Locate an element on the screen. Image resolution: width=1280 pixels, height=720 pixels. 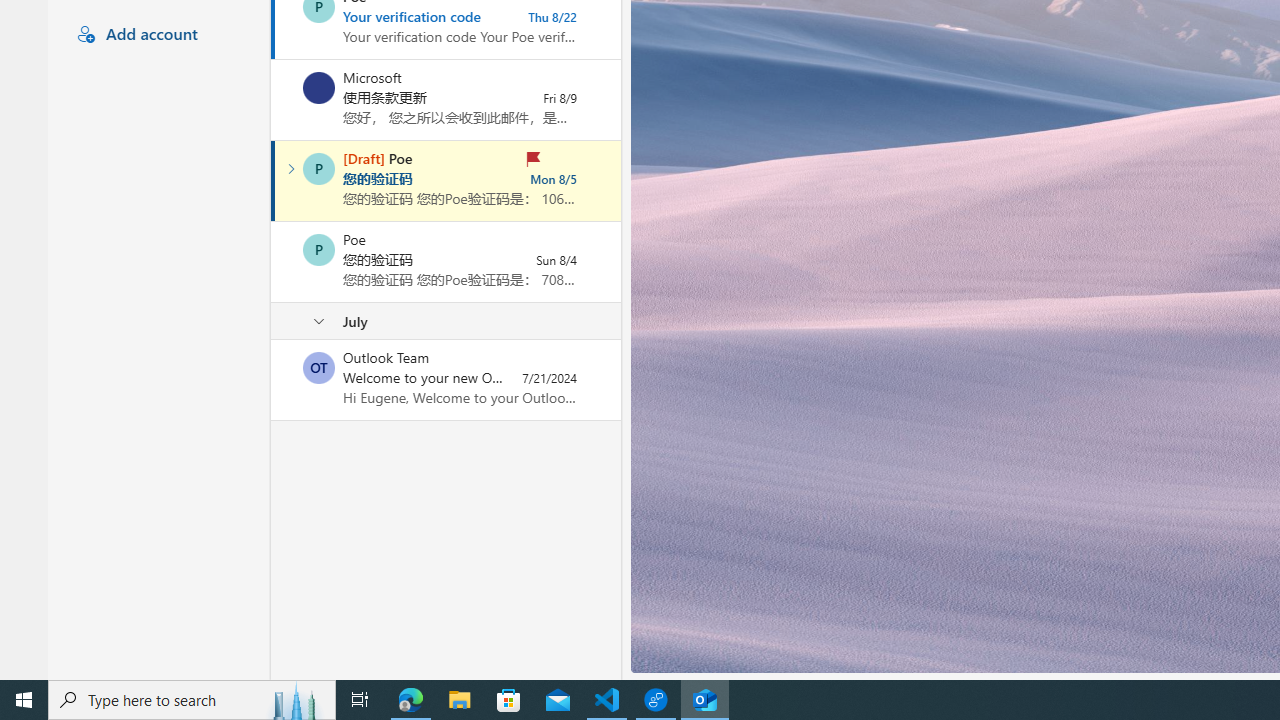
'Expand conversation' is located at coordinates (290, 167).